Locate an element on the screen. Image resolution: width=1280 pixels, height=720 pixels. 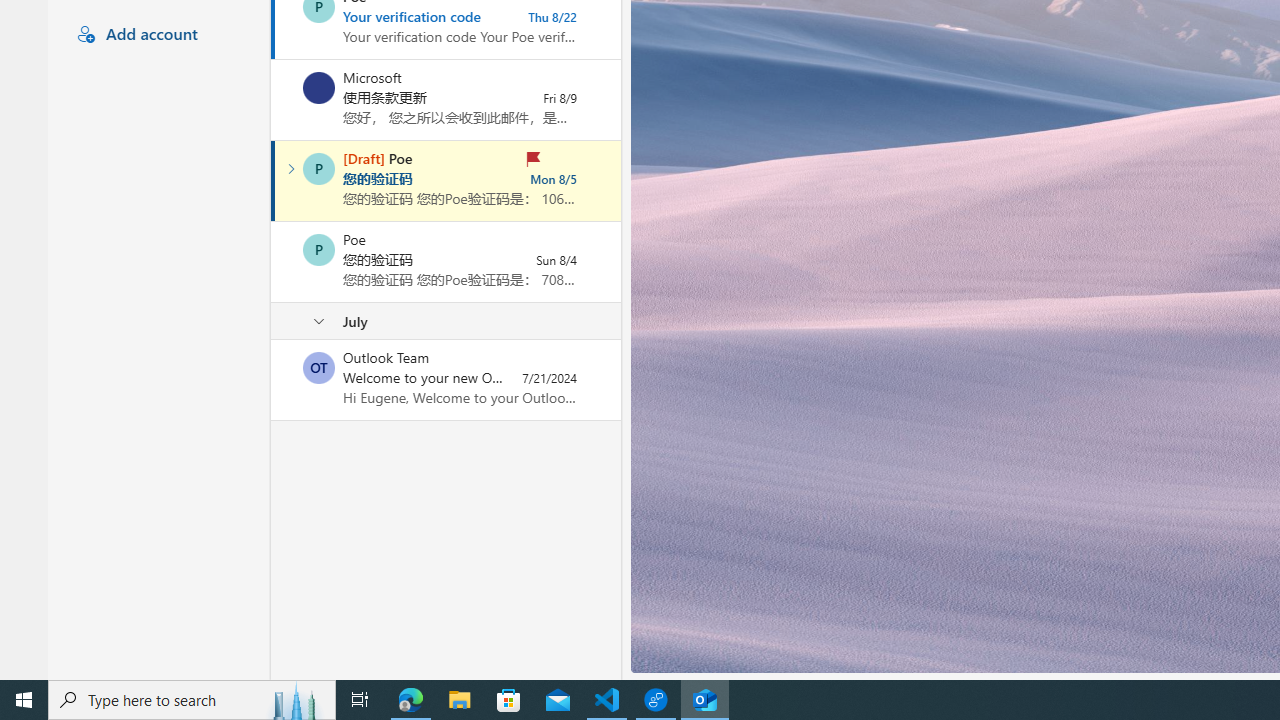
'Expand conversation' is located at coordinates (290, 167).